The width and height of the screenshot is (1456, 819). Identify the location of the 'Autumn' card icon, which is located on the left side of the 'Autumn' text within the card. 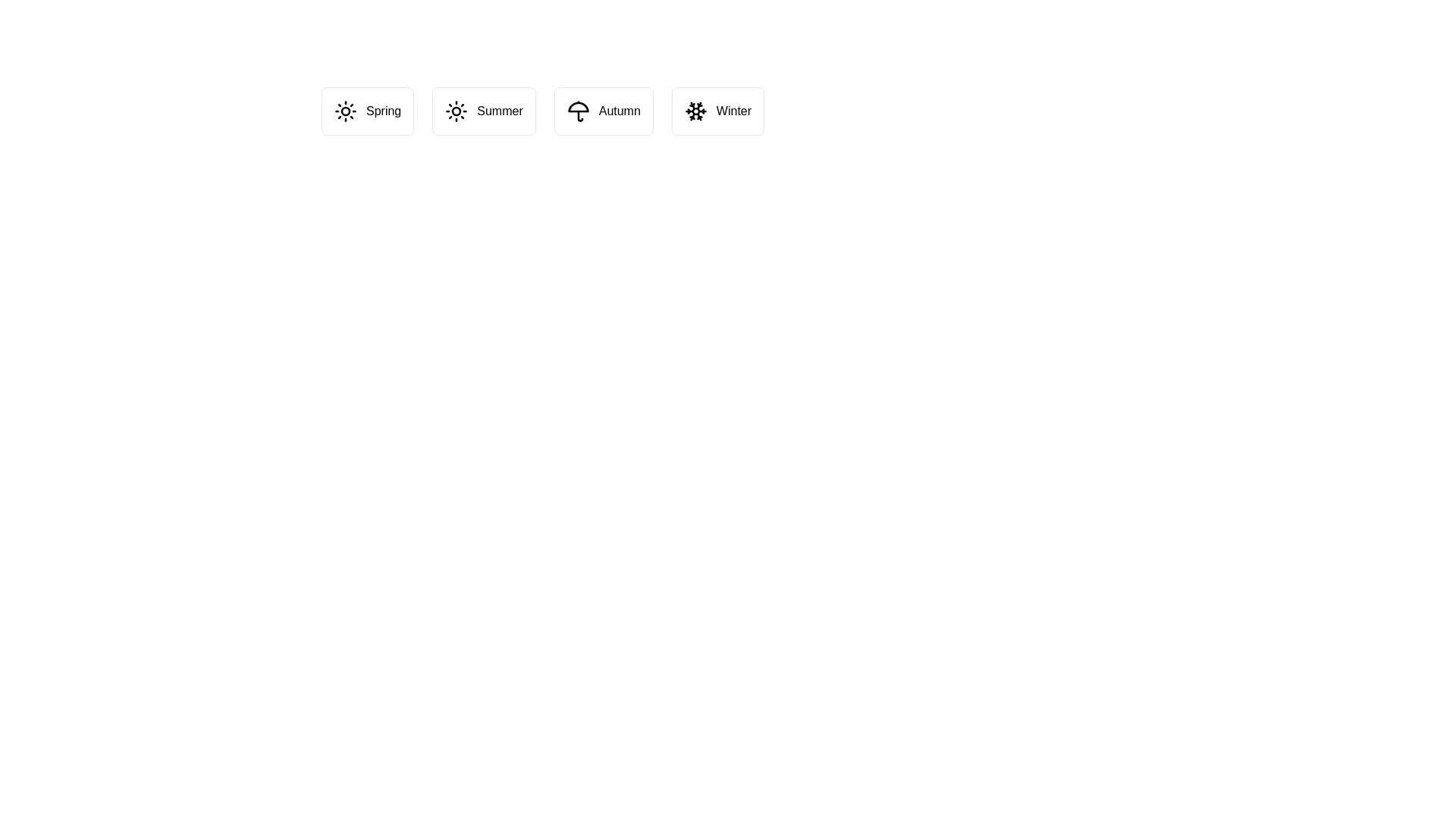
(577, 110).